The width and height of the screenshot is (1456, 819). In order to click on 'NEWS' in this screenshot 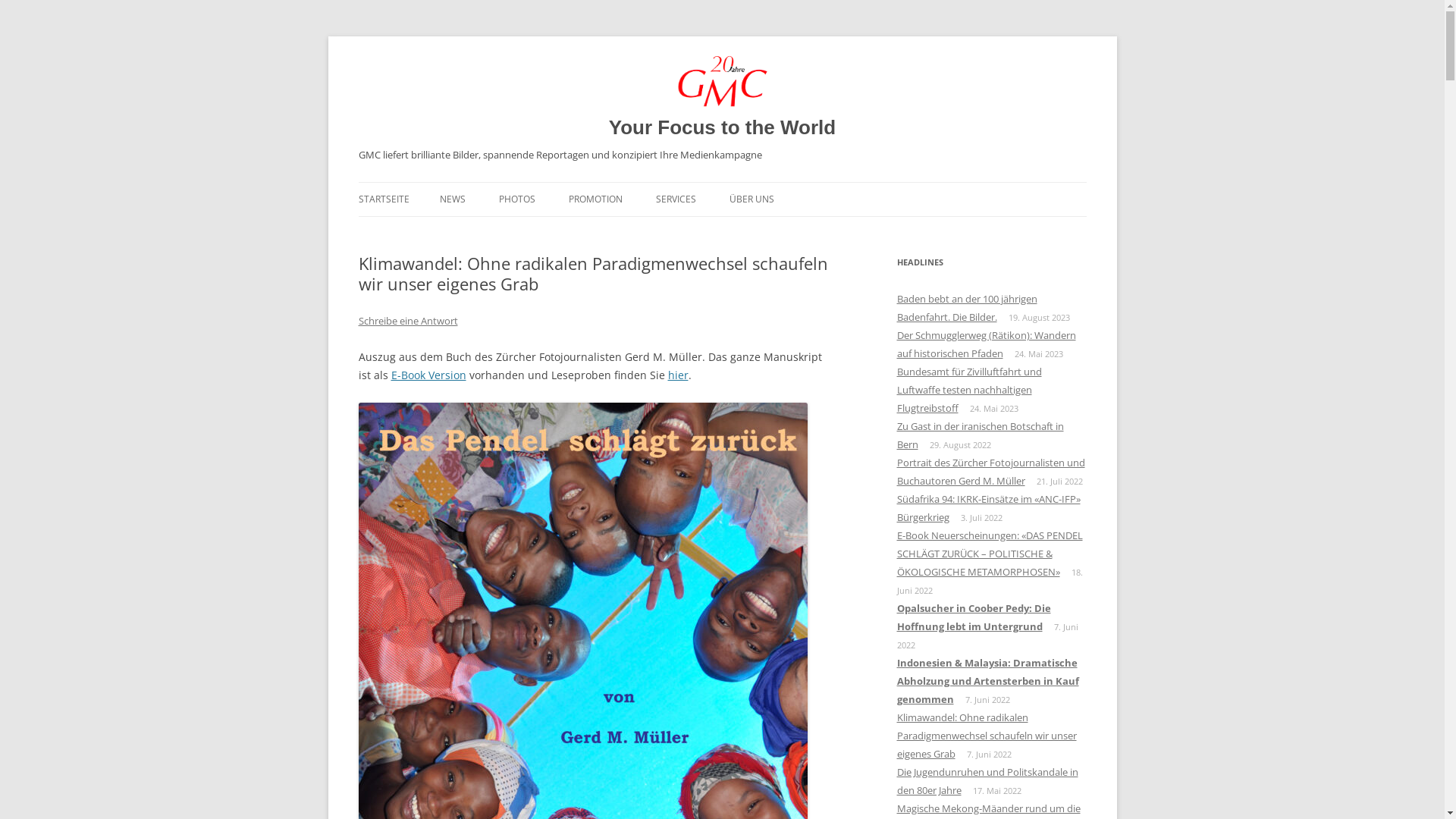, I will do `click(451, 198)`.